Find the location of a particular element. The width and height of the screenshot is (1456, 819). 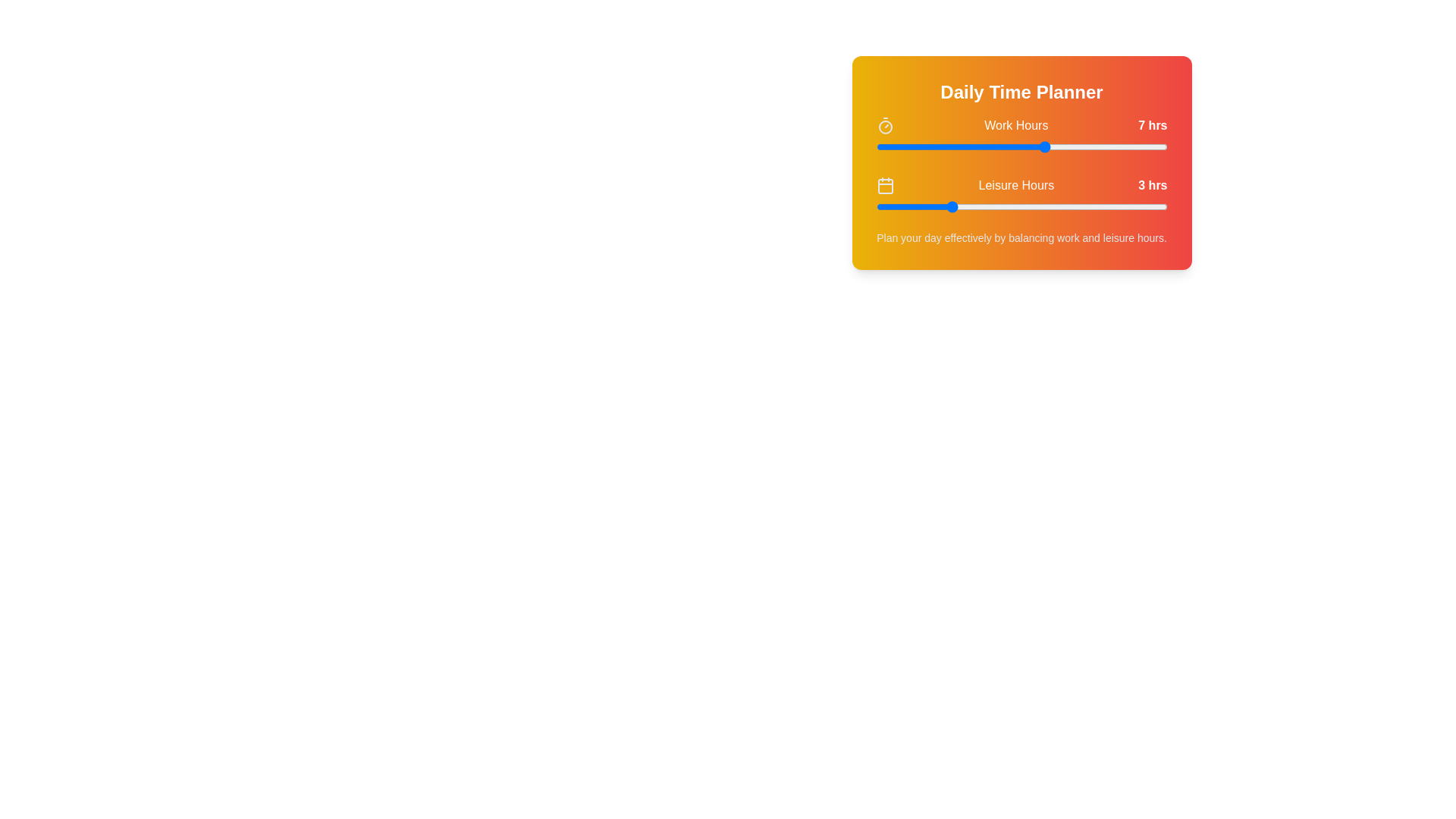

the 'Work Hours' icon located on the leftmost side of the 'Work Hours' section, adjacent to the label 'Work Hours' and the numerical representation '7 hrs' is located at coordinates (885, 124).